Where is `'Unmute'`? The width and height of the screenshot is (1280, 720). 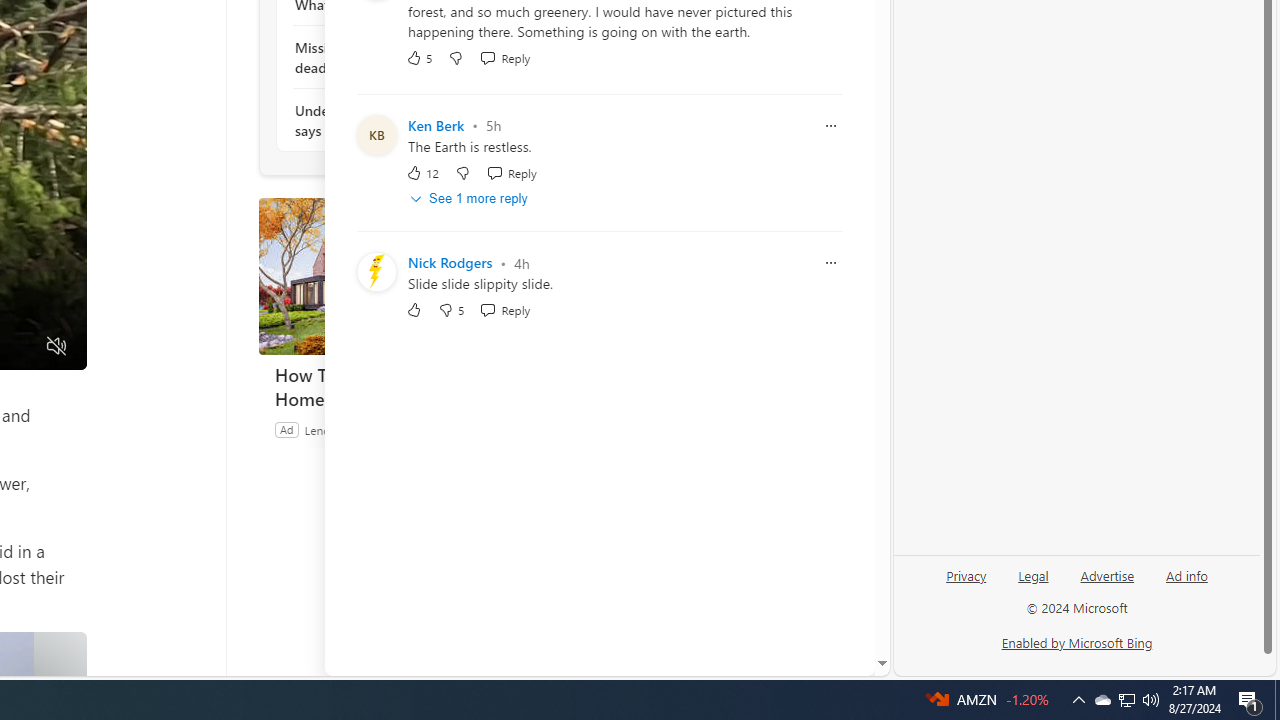 'Unmute' is located at coordinates (56, 346).